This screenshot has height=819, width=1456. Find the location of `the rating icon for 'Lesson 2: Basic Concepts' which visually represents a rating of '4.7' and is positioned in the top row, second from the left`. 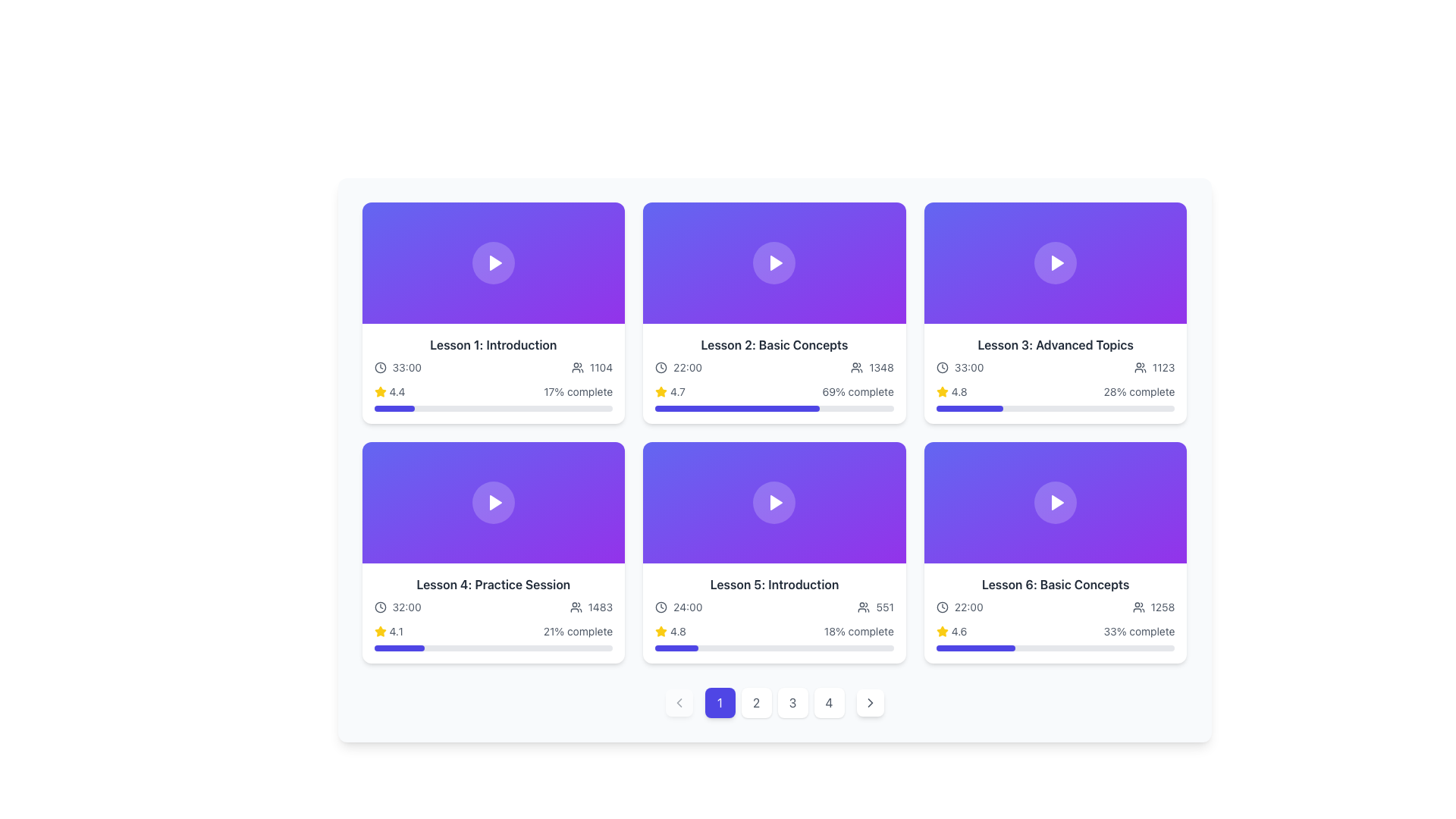

the rating icon for 'Lesson 2: Basic Concepts' which visually represents a rating of '4.7' and is positioned in the top row, second from the left is located at coordinates (661, 391).